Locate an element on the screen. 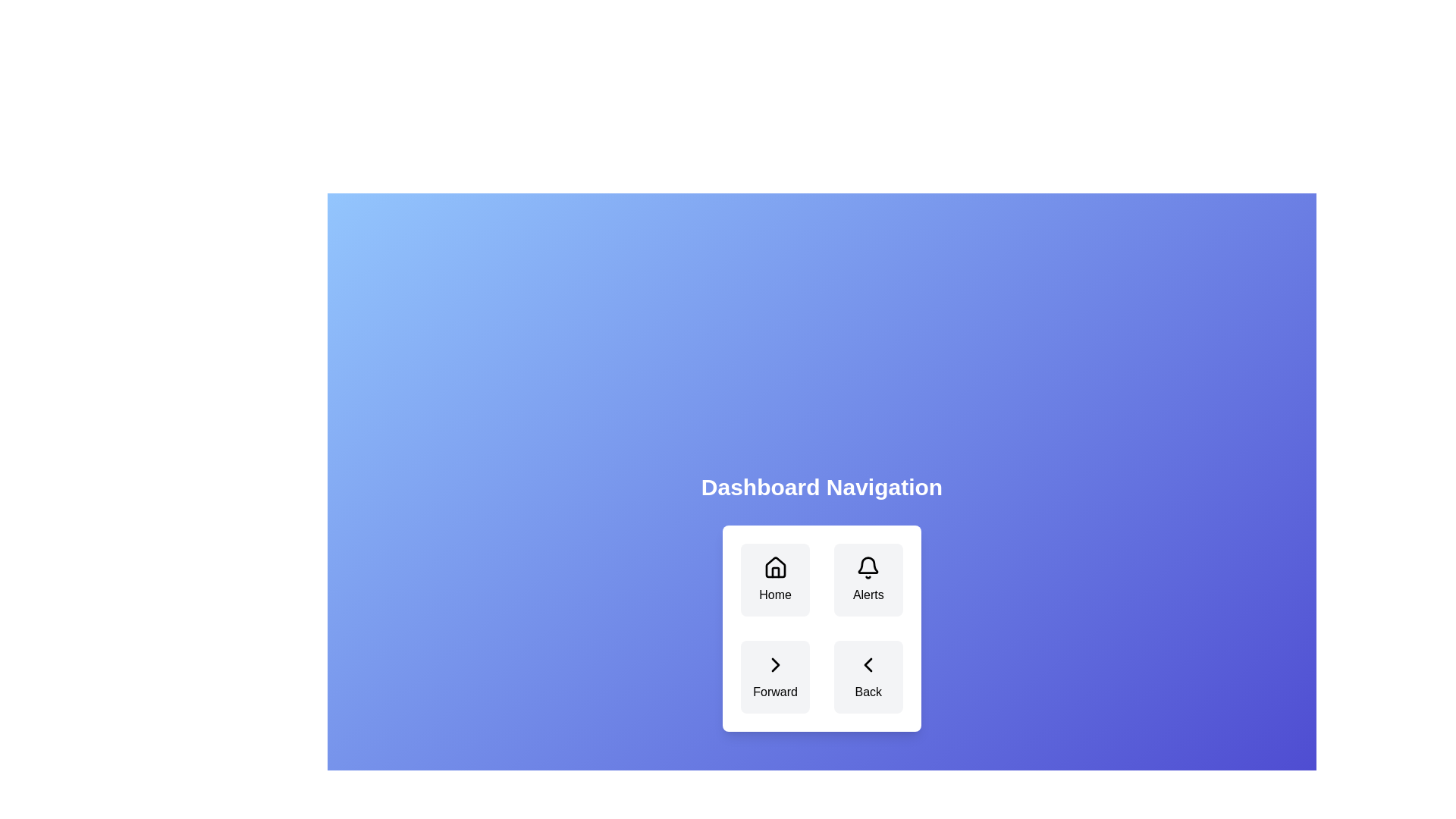 This screenshot has width=1456, height=819. the right-facing chevron icon located in the bottom-left cell of the navigation panel under the label 'Forward' is located at coordinates (775, 664).